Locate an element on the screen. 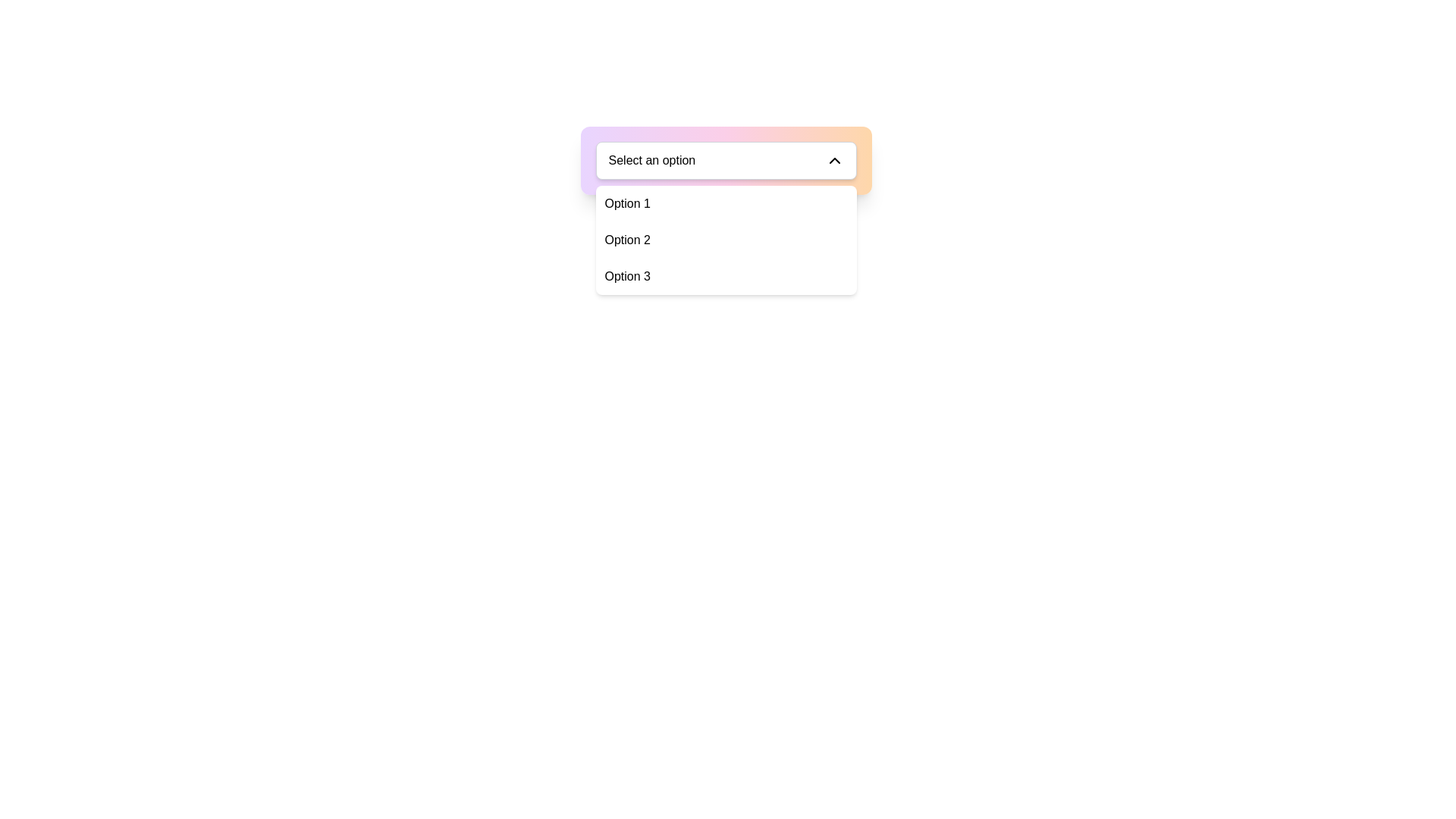 The width and height of the screenshot is (1456, 819). the selectable list item representing 'Option 3' in the dropdown menu is located at coordinates (627, 277).